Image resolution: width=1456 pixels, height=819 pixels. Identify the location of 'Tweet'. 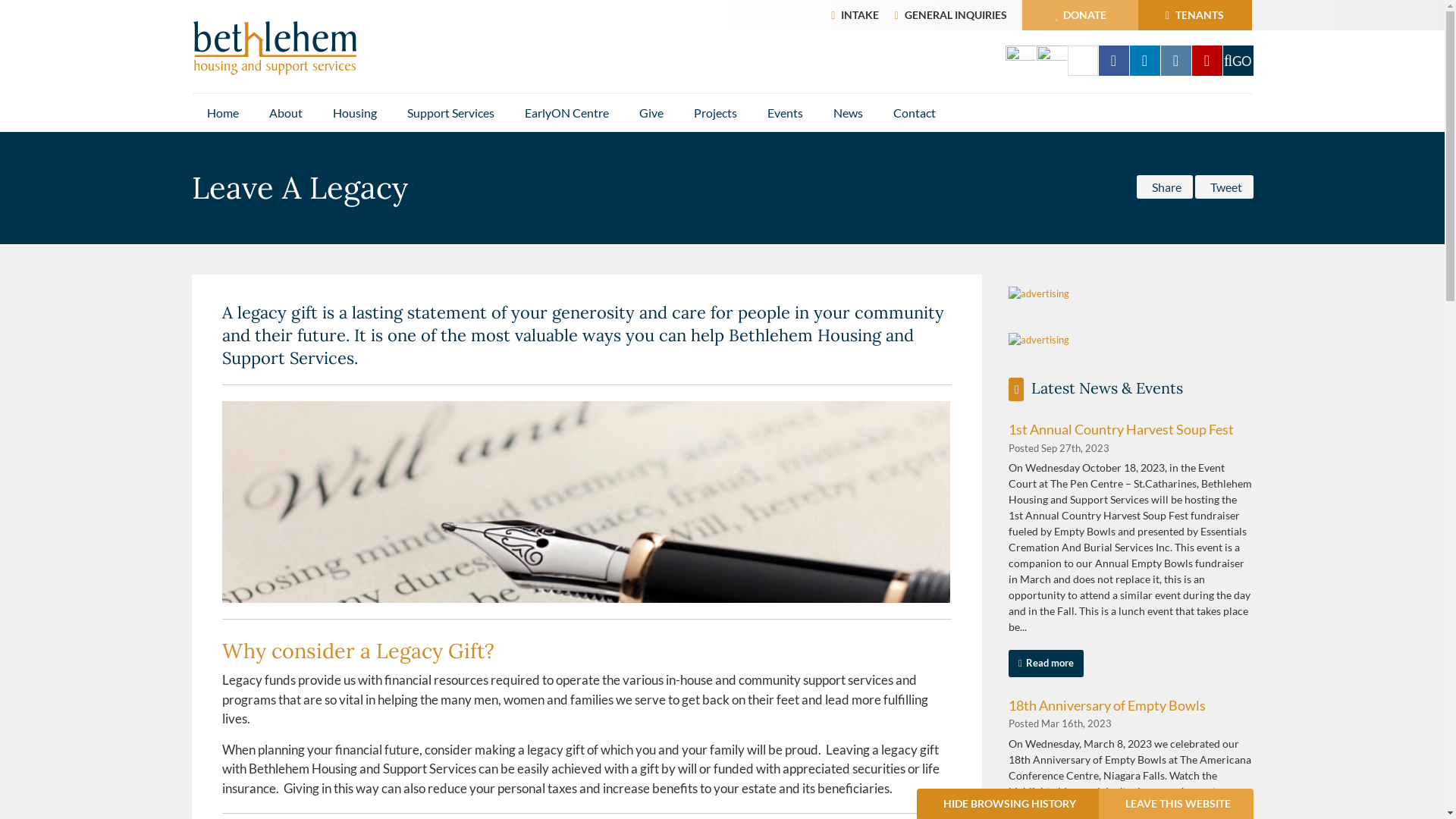
(1194, 186).